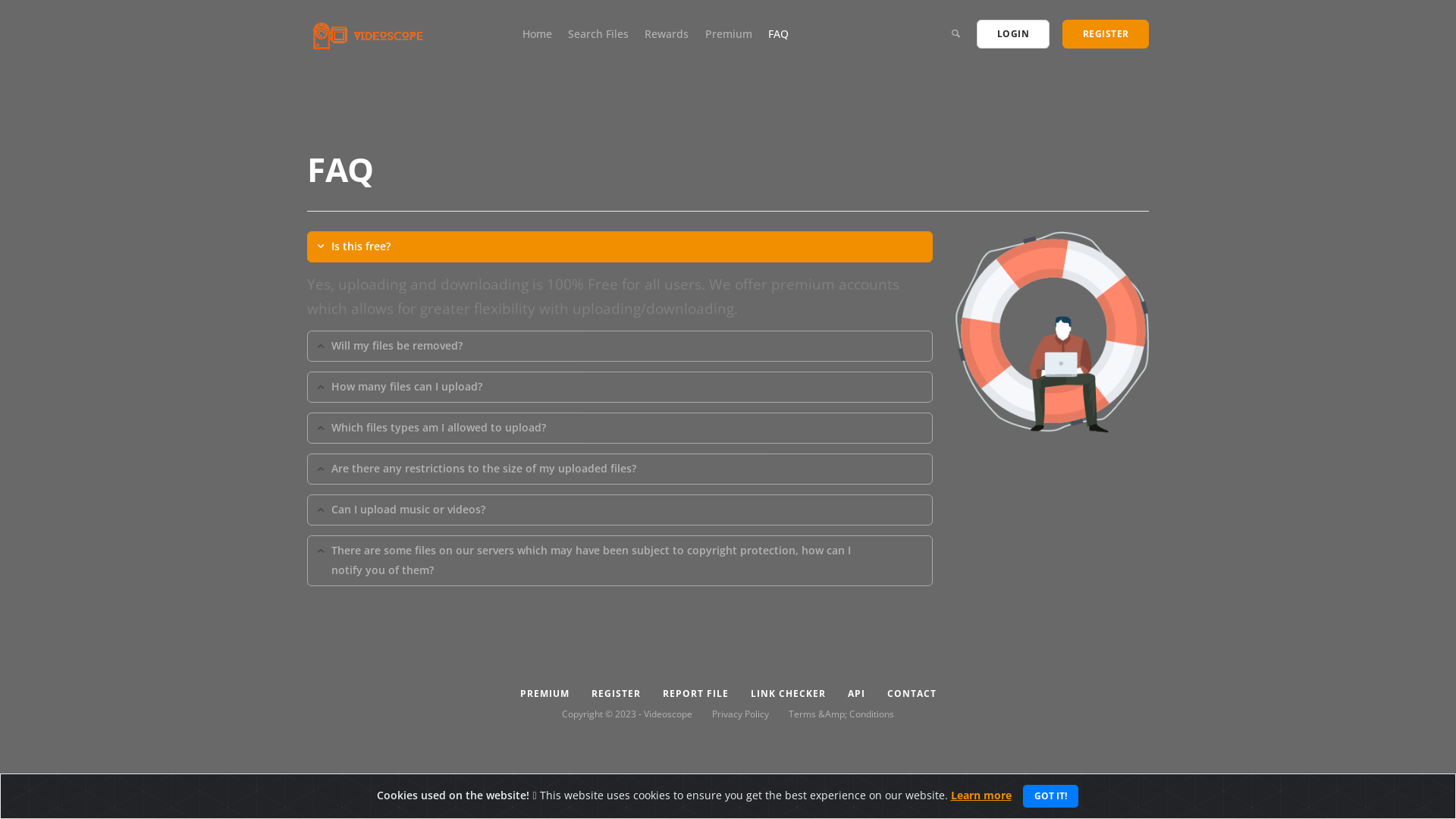 The width and height of the screenshot is (1456, 819). What do you see at coordinates (981, 794) in the screenshot?
I see `'Learn more'` at bounding box center [981, 794].